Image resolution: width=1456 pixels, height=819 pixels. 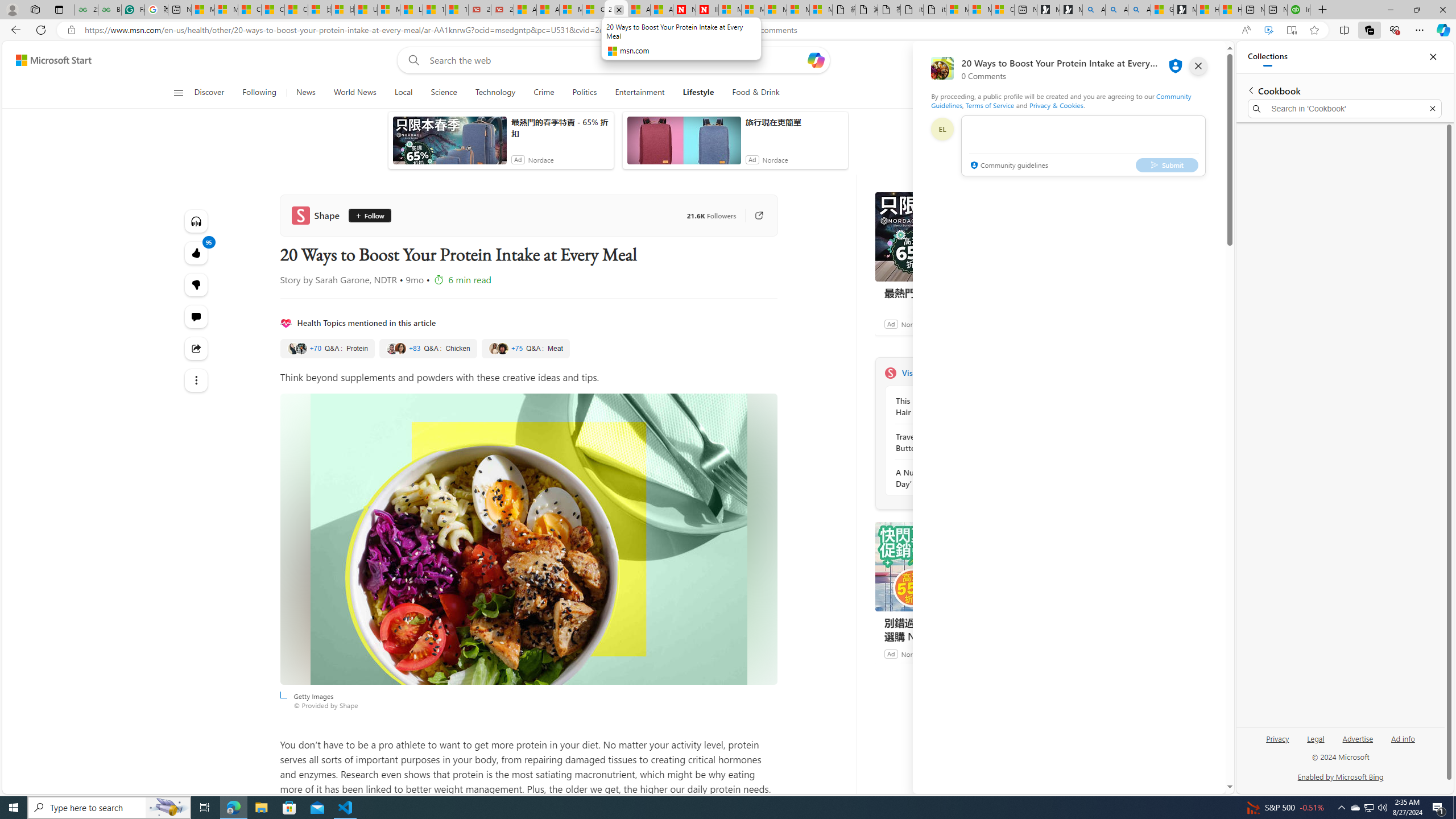 What do you see at coordinates (1403, 742) in the screenshot?
I see `'Ad info'` at bounding box center [1403, 742].